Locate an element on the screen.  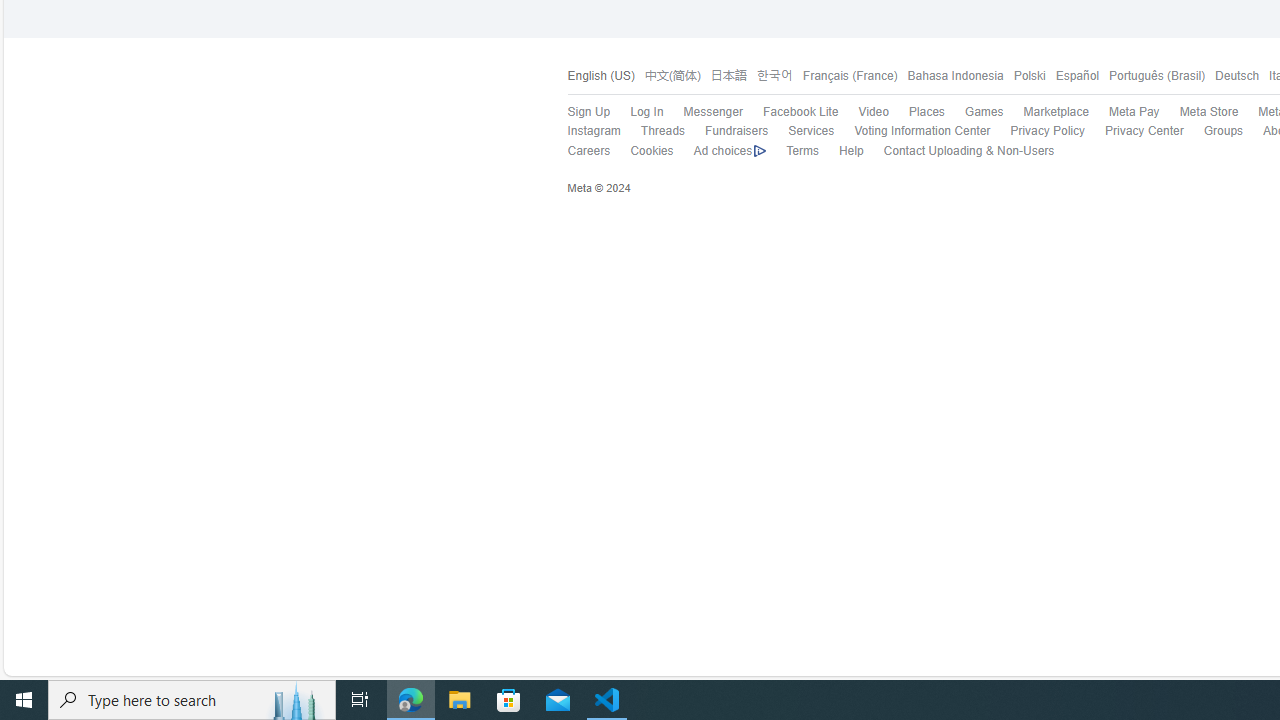
'Contact Uploading & Non-Users' is located at coordinates (968, 149).